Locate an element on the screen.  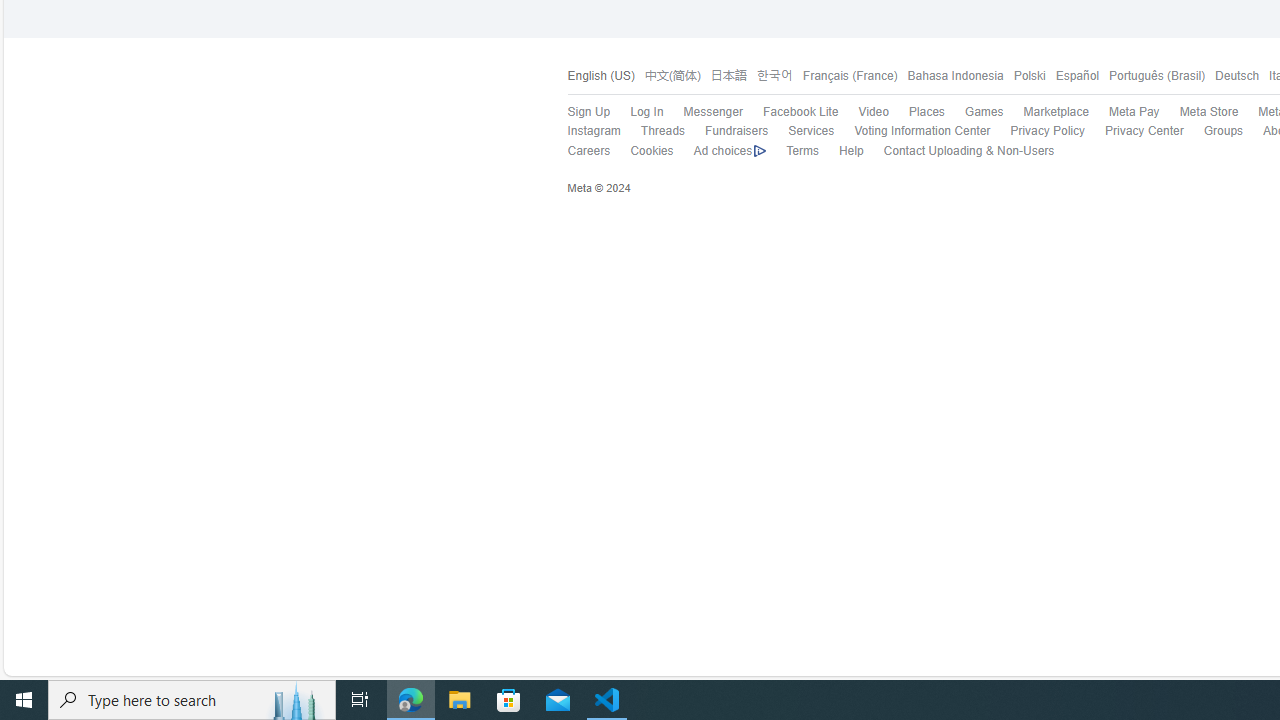
'Contact Uploading & Non-Users' is located at coordinates (968, 149).